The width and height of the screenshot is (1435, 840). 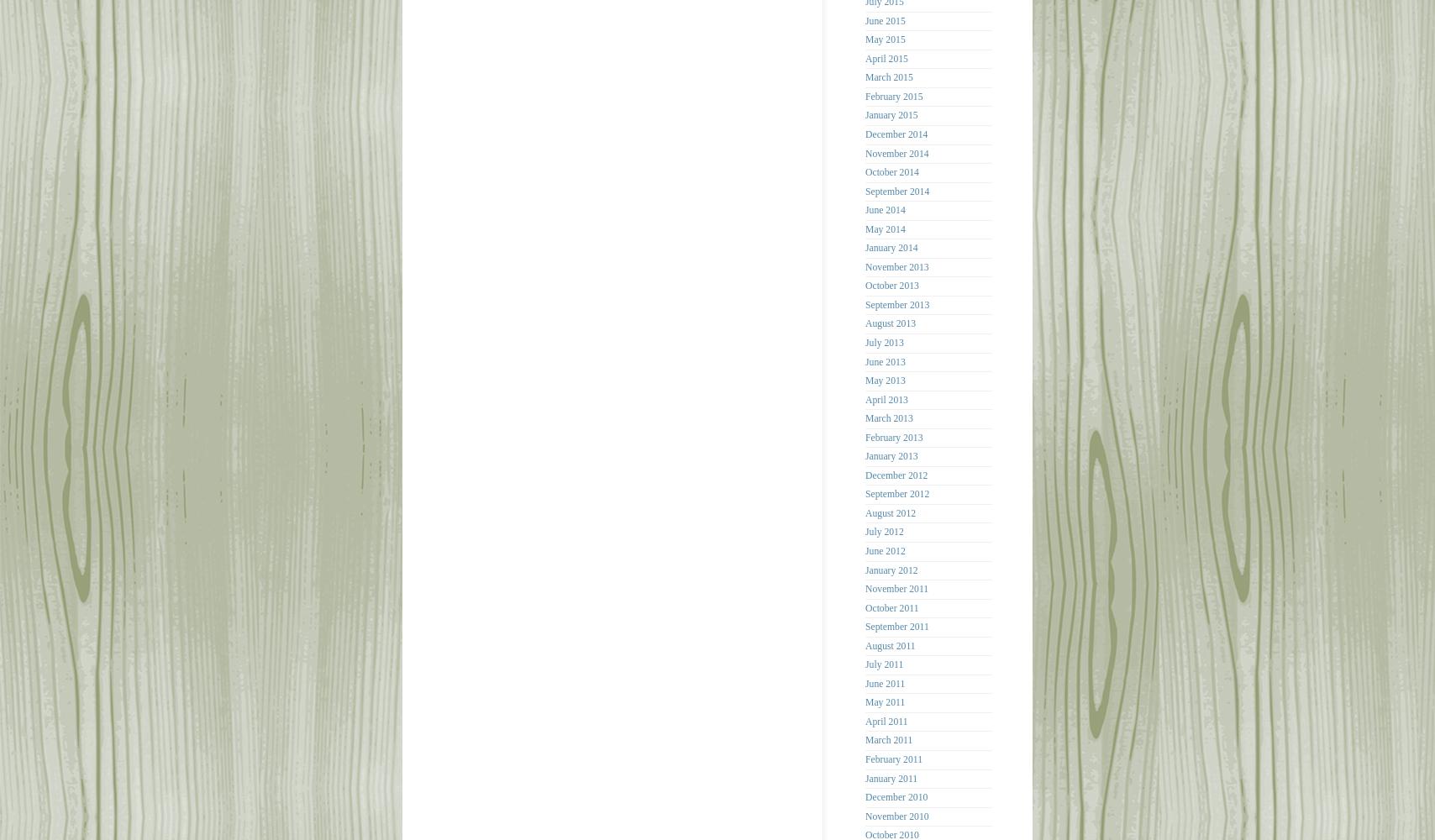 What do you see at coordinates (897, 303) in the screenshot?
I see `'September 2013'` at bounding box center [897, 303].